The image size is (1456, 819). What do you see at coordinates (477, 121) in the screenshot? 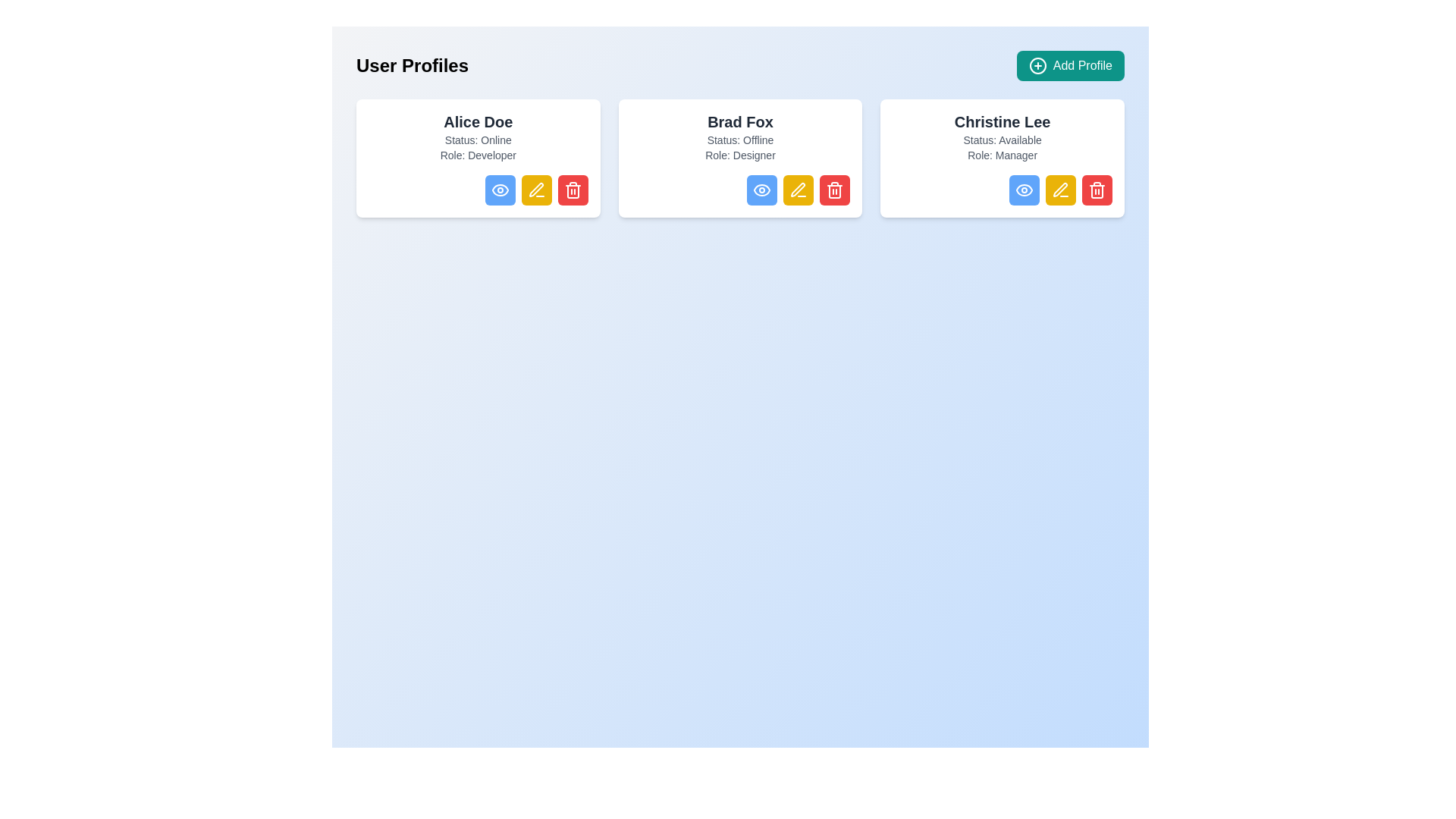
I see `the text label displaying 'Alice Doe', which serves as the heading for the profile card in the leftmost profile card of the grid` at bounding box center [477, 121].